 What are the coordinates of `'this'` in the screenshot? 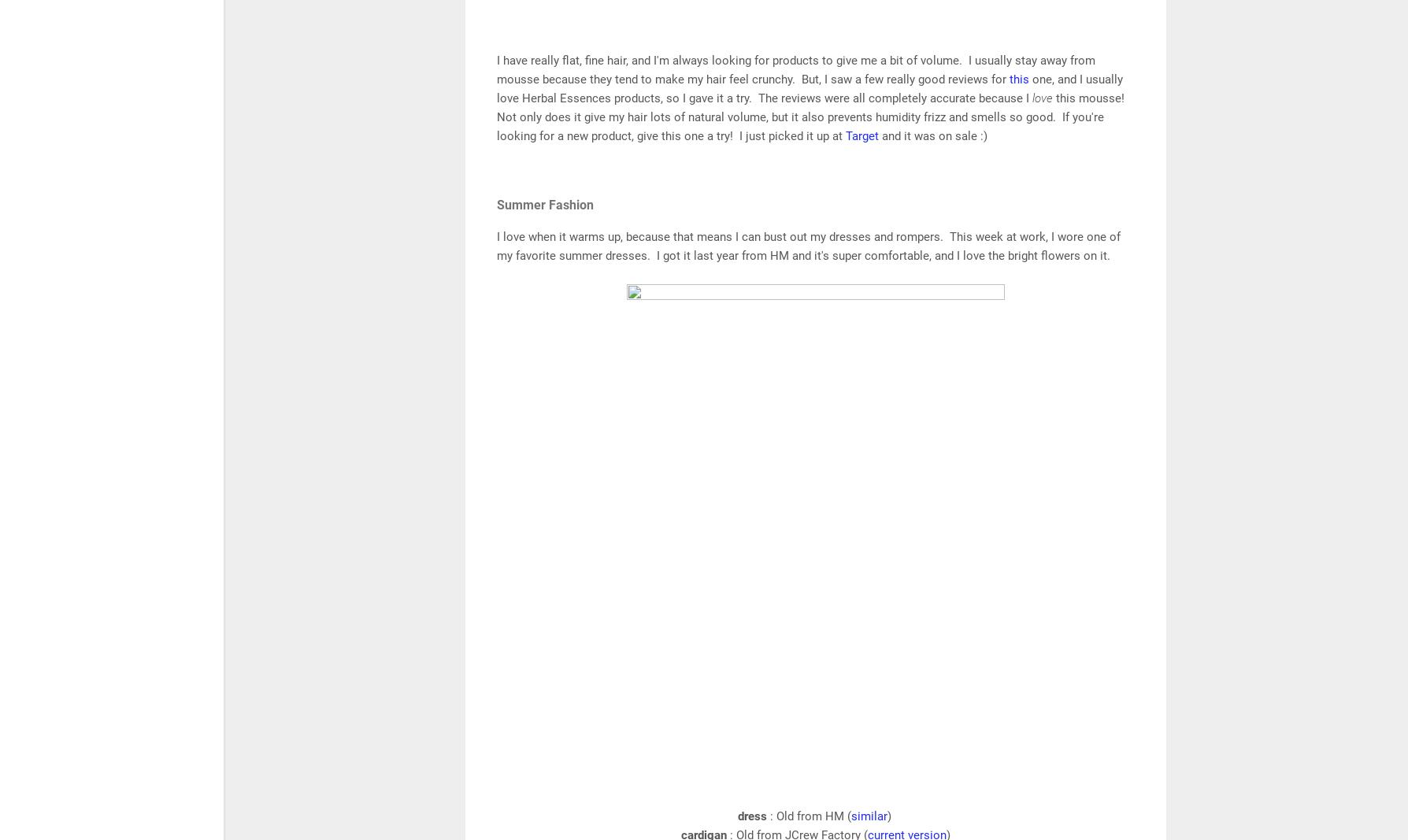 It's located at (1020, 79).